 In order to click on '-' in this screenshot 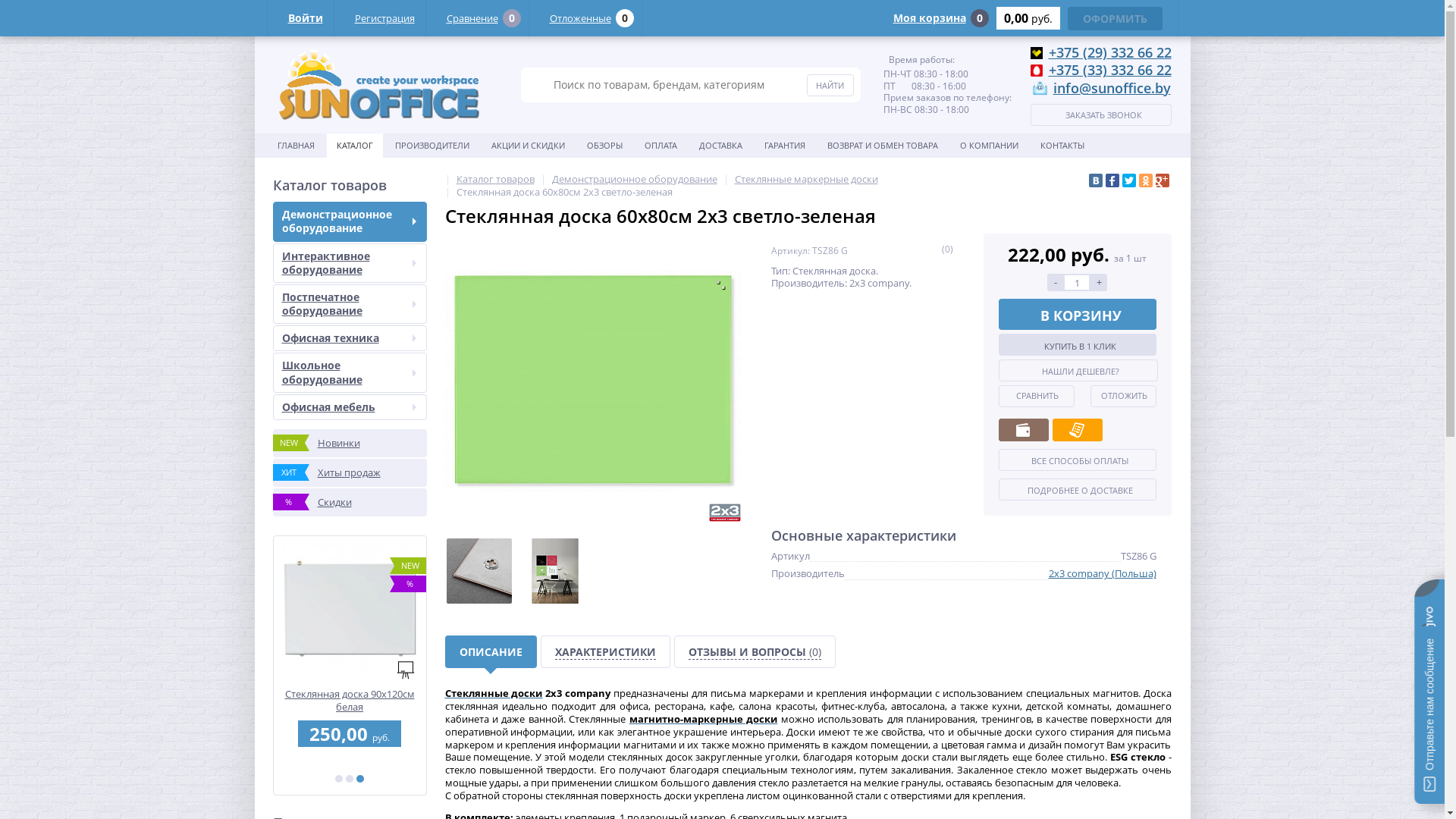, I will do `click(1055, 282)`.